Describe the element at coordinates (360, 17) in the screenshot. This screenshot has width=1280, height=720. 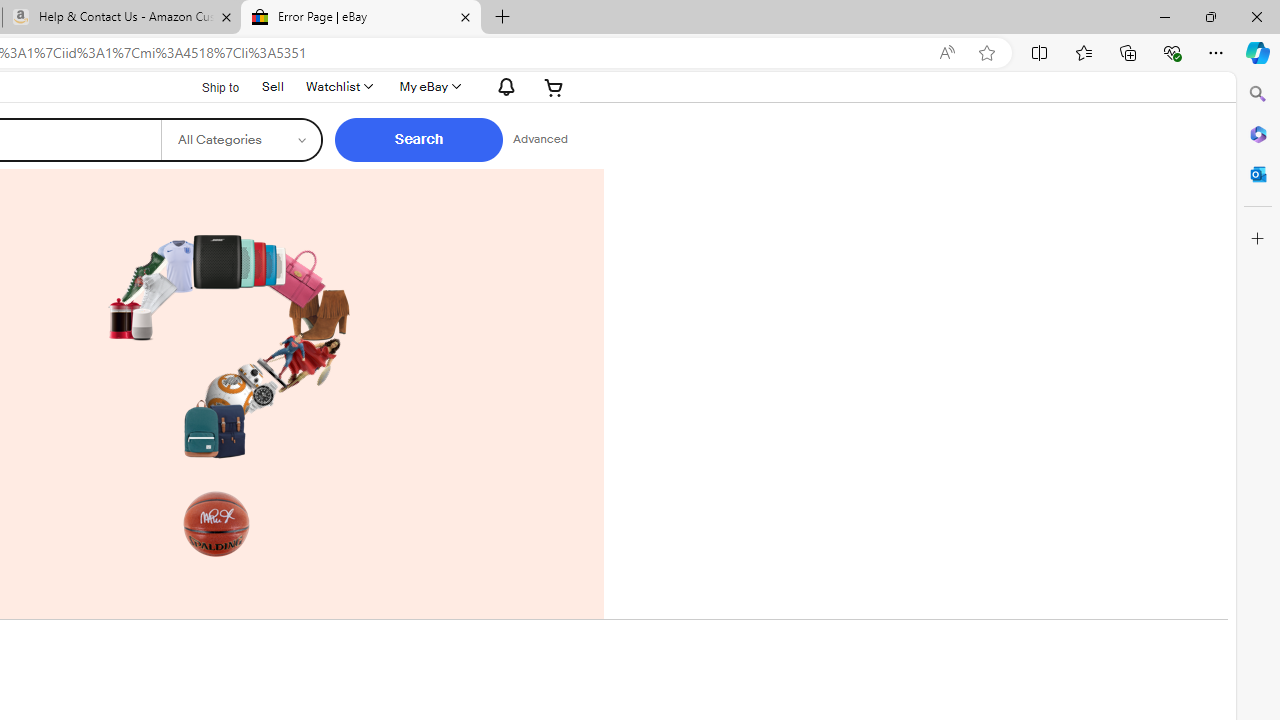
I see `'Error Page | eBay'` at that location.